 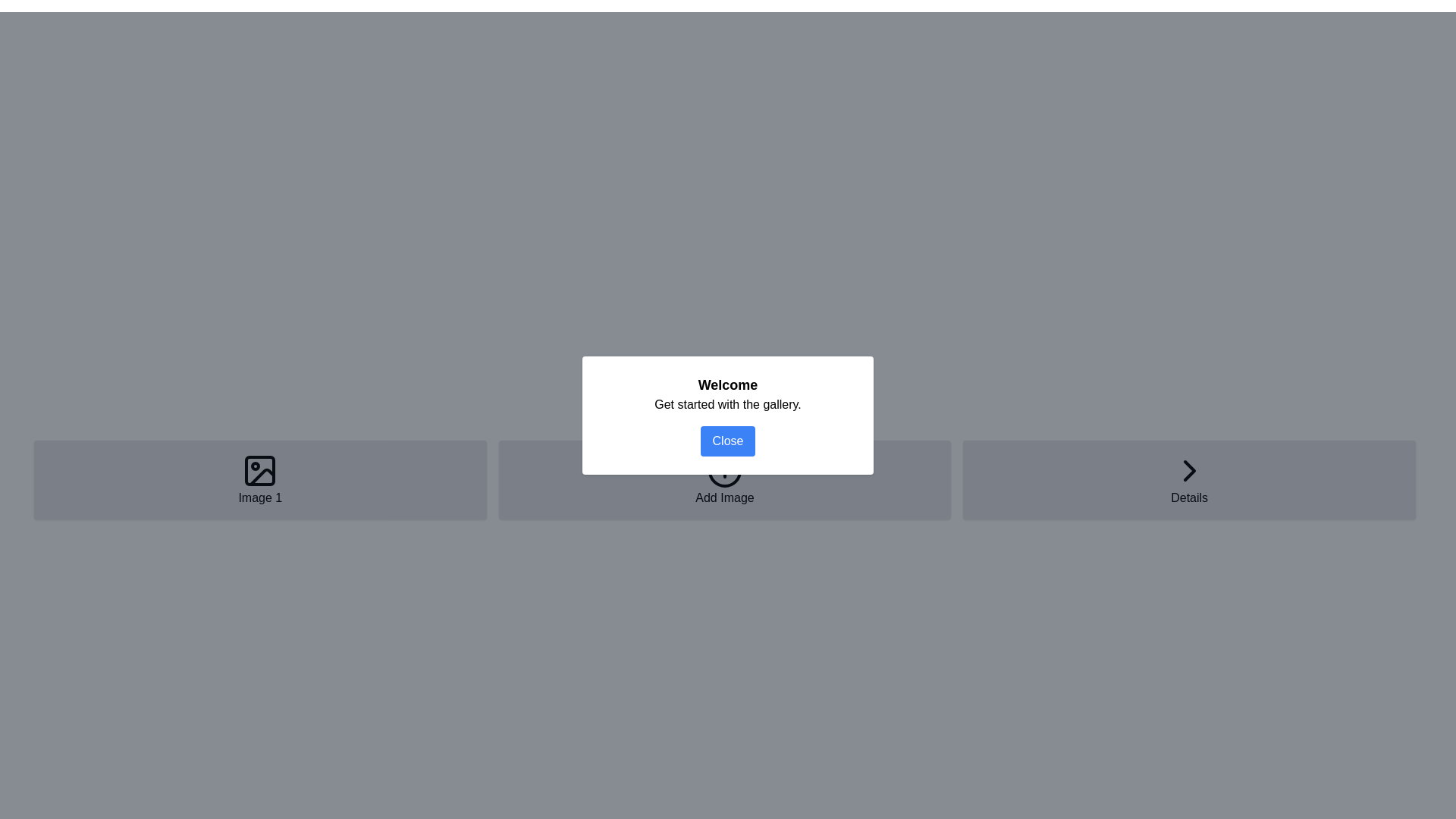 I want to click on the static text element displaying 'Welcome' which is positioned at the center-top of a white rectangular modal overlay, so click(x=728, y=384).